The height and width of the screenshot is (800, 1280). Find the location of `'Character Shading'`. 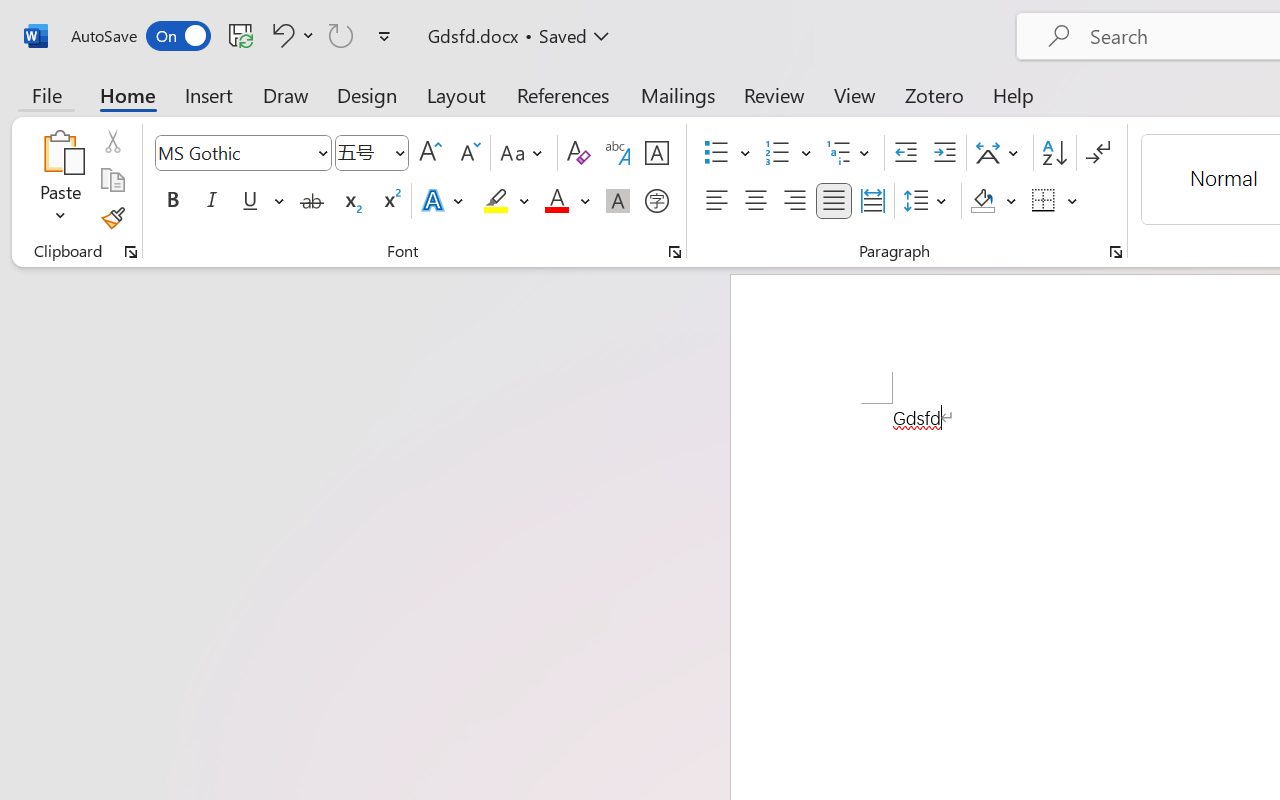

'Character Shading' is located at coordinates (617, 201).